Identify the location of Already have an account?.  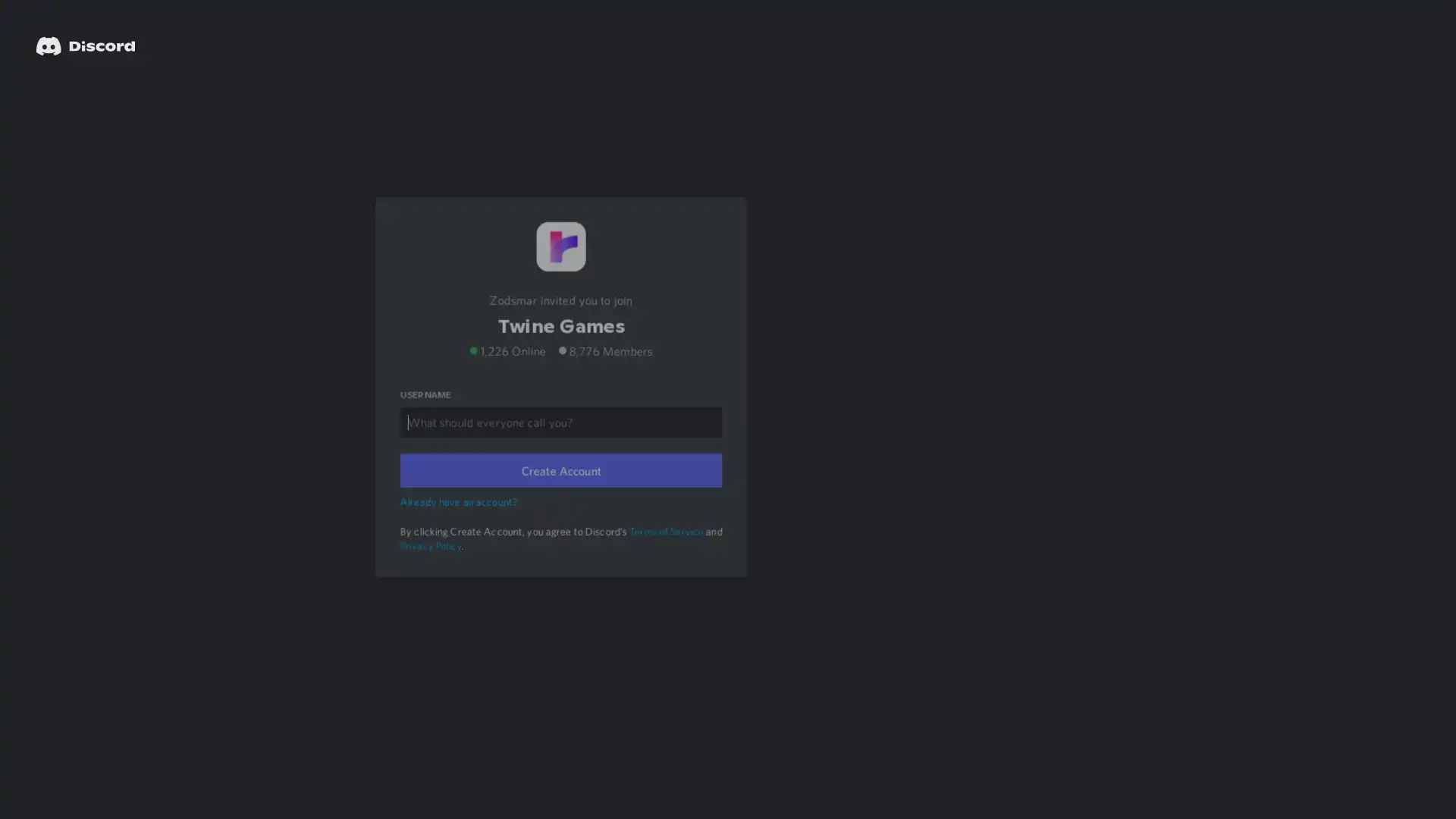
(460, 519).